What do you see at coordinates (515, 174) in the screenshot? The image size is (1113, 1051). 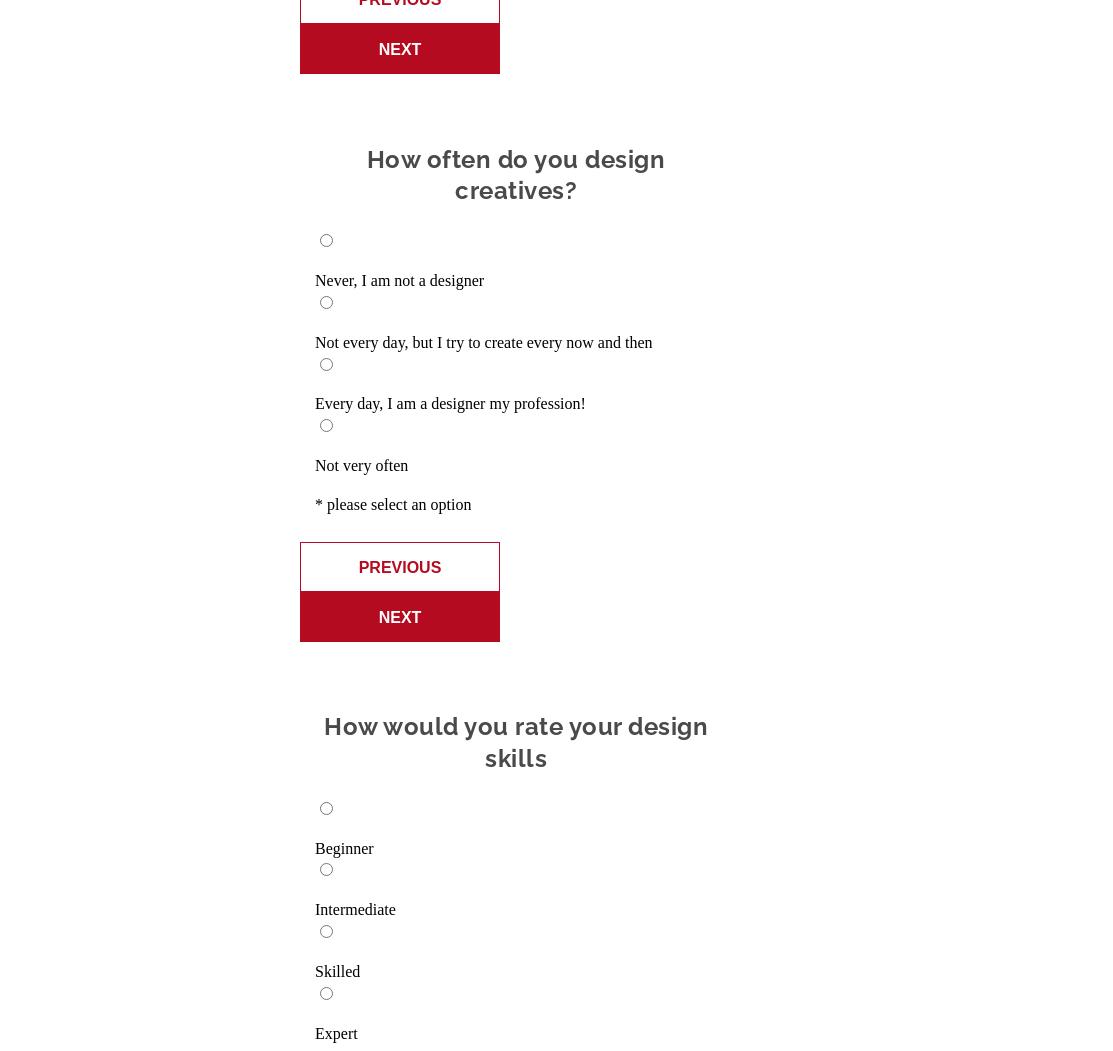 I see `'How often do you design creatives?'` at bounding box center [515, 174].